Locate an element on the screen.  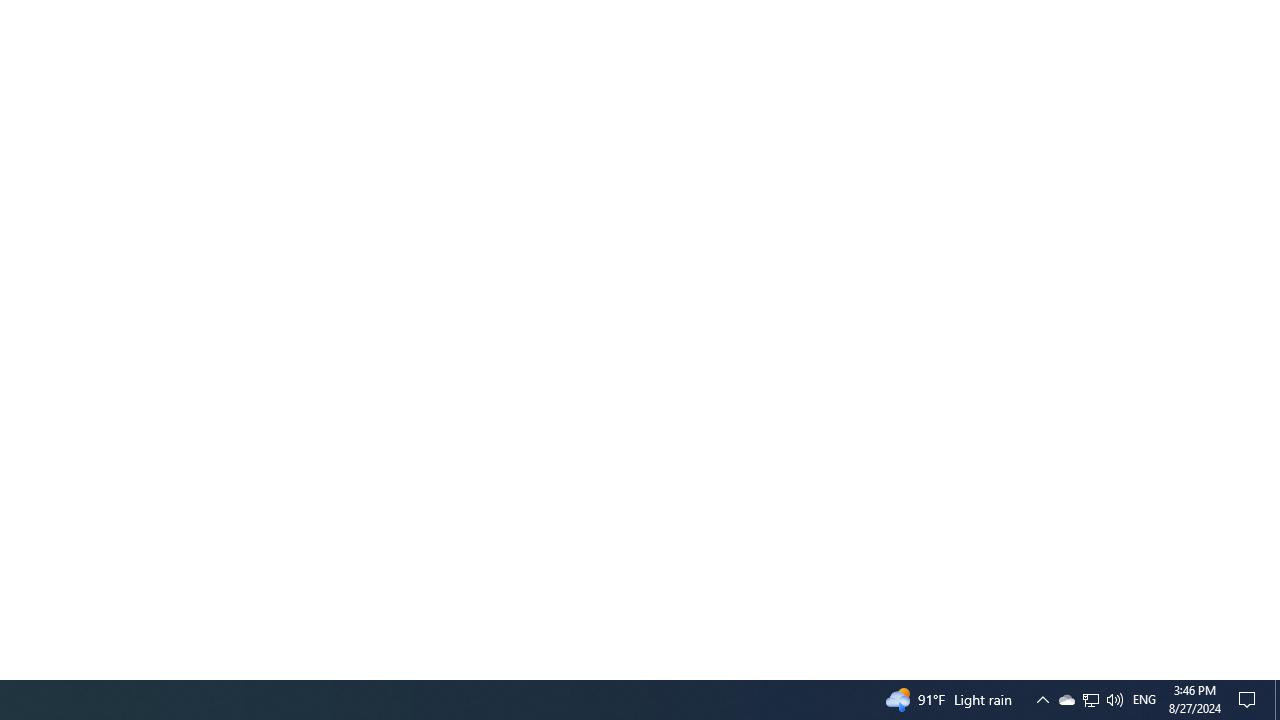
'Notification Chevron' is located at coordinates (1065, 698).